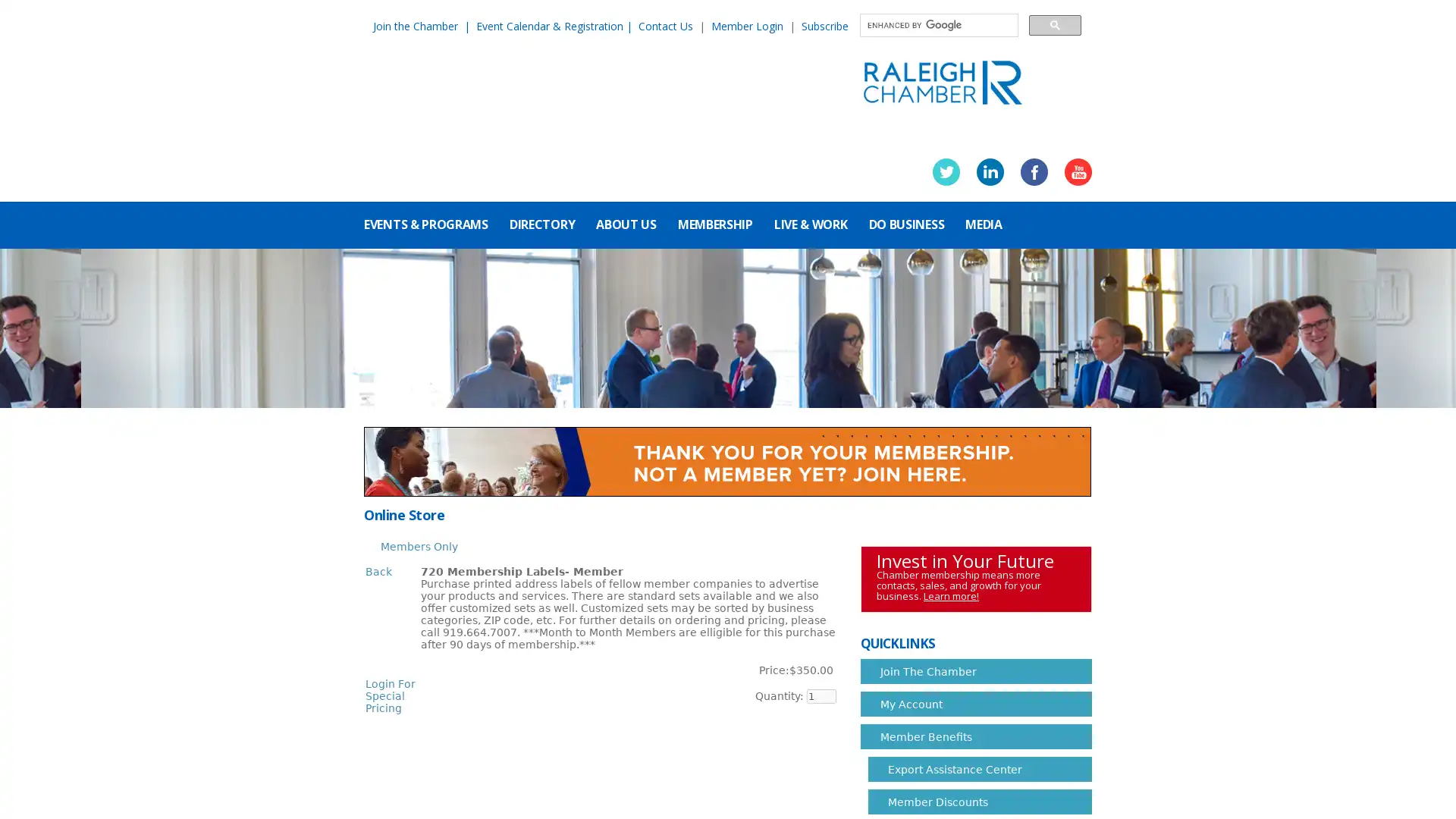 Image resolution: width=1456 pixels, height=819 pixels. I want to click on search, so click(1054, 24).